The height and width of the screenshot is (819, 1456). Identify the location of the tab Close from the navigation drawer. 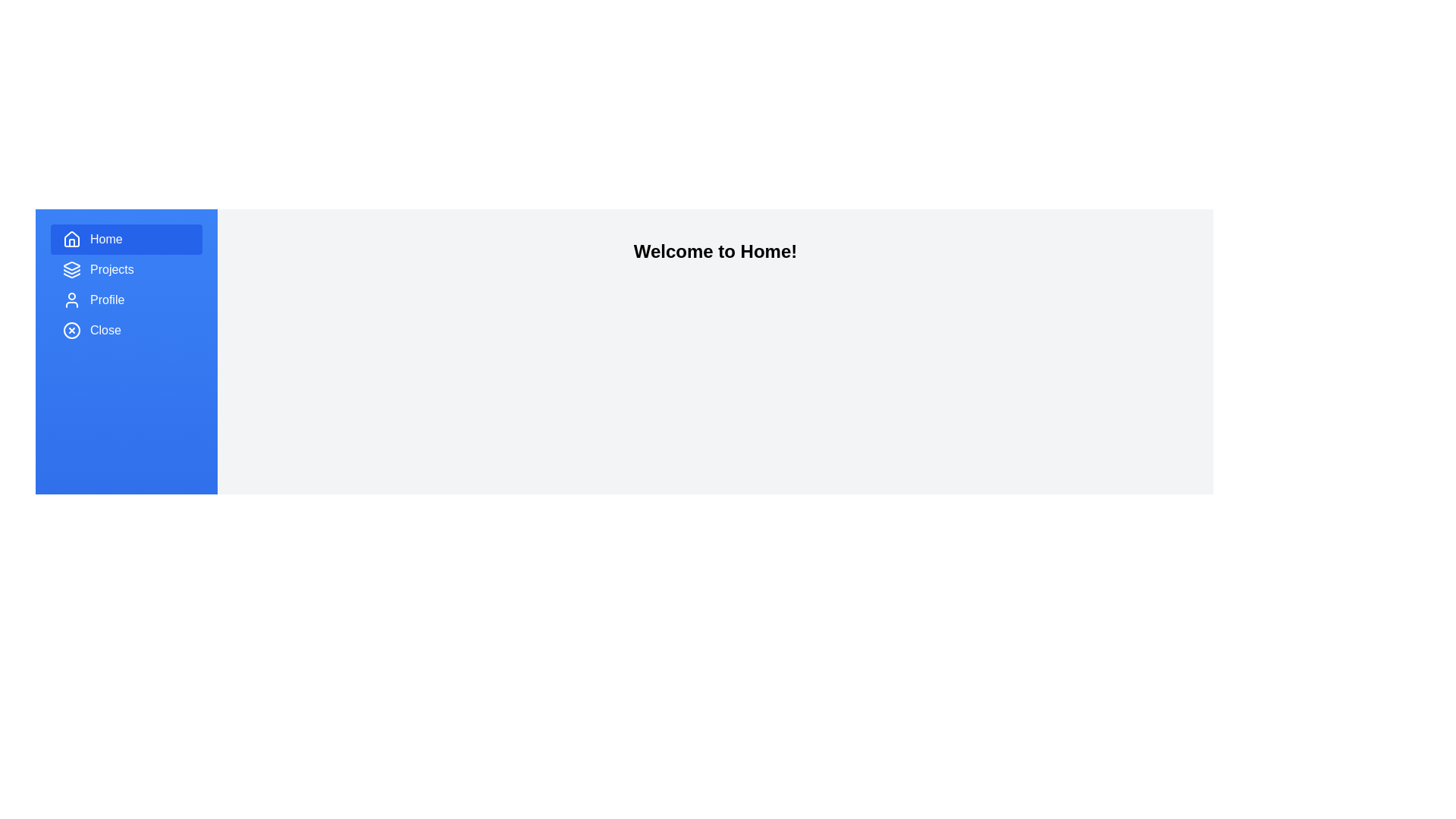
(127, 329).